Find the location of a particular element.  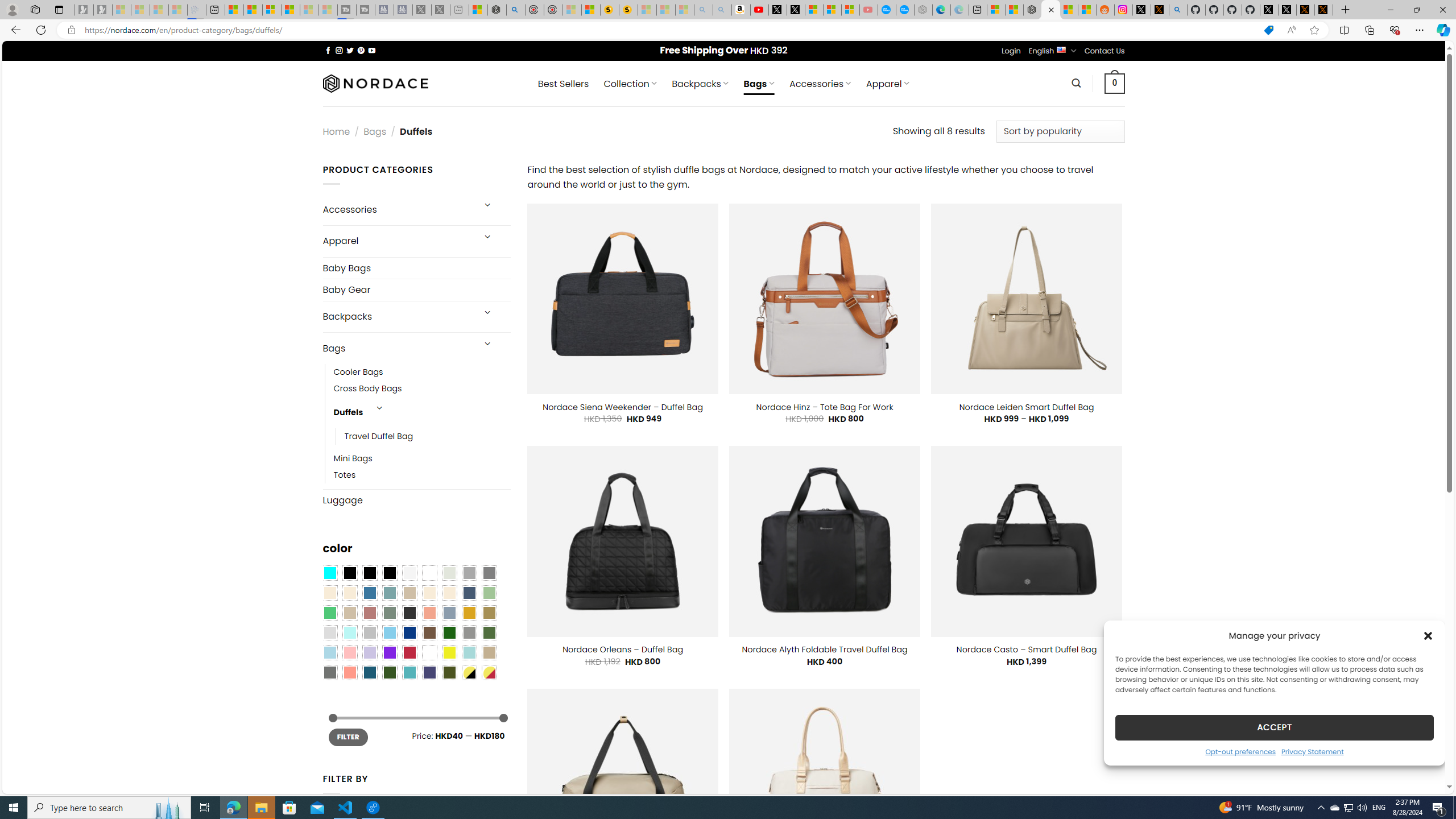

'Clear' is located at coordinates (429, 573).